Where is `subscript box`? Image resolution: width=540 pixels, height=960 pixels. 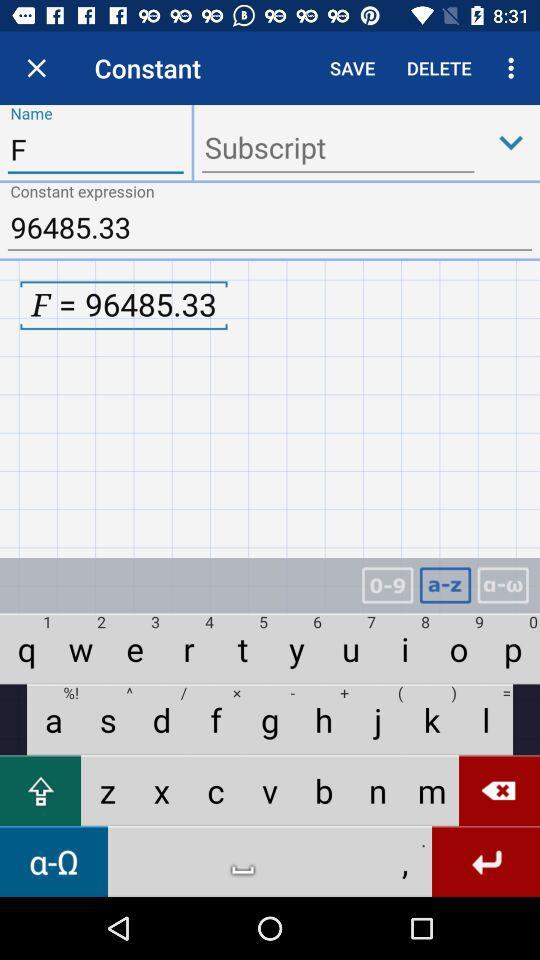 subscript box is located at coordinates (337, 148).